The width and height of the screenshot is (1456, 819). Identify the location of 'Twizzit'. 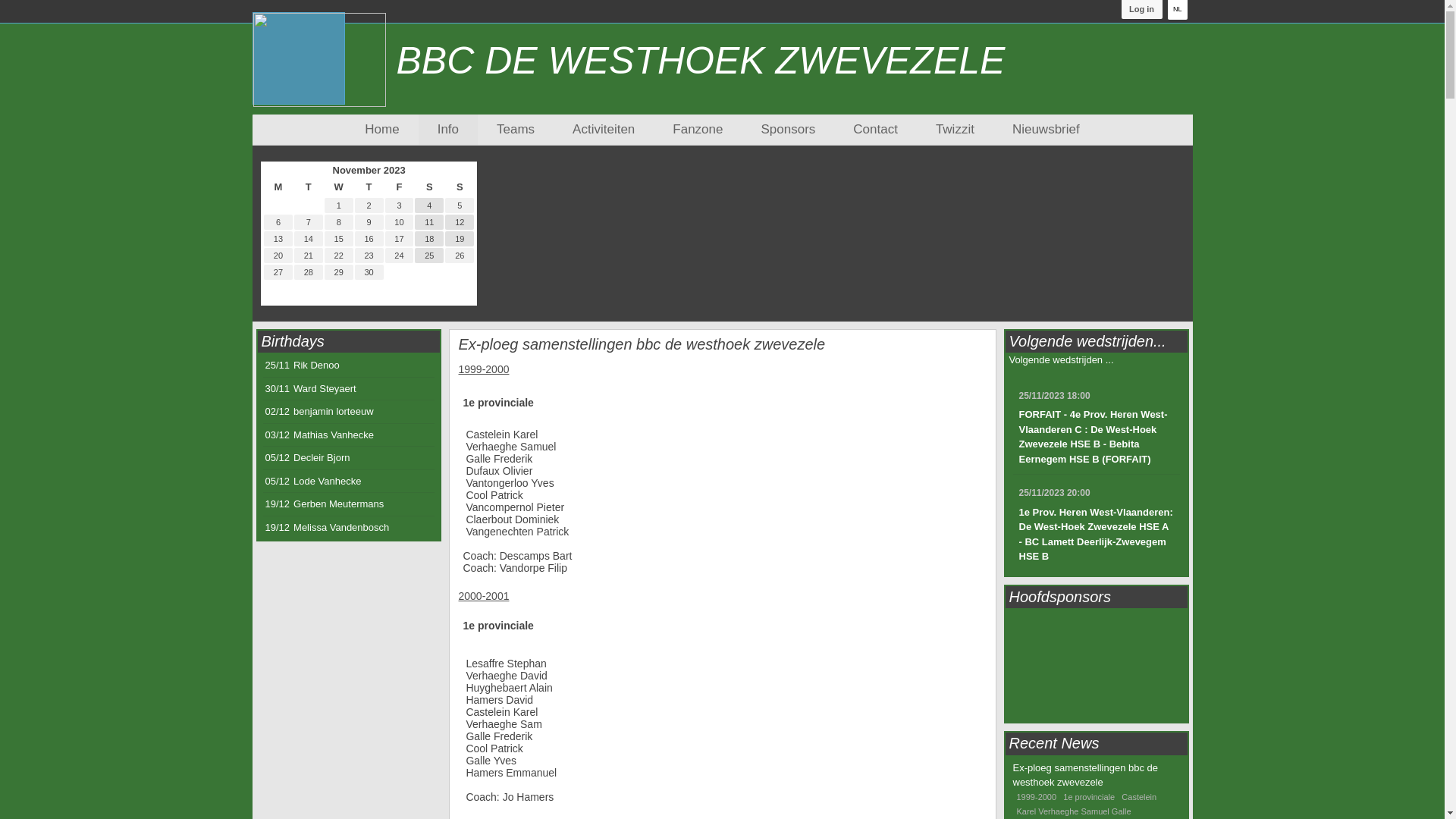
(954, 128).